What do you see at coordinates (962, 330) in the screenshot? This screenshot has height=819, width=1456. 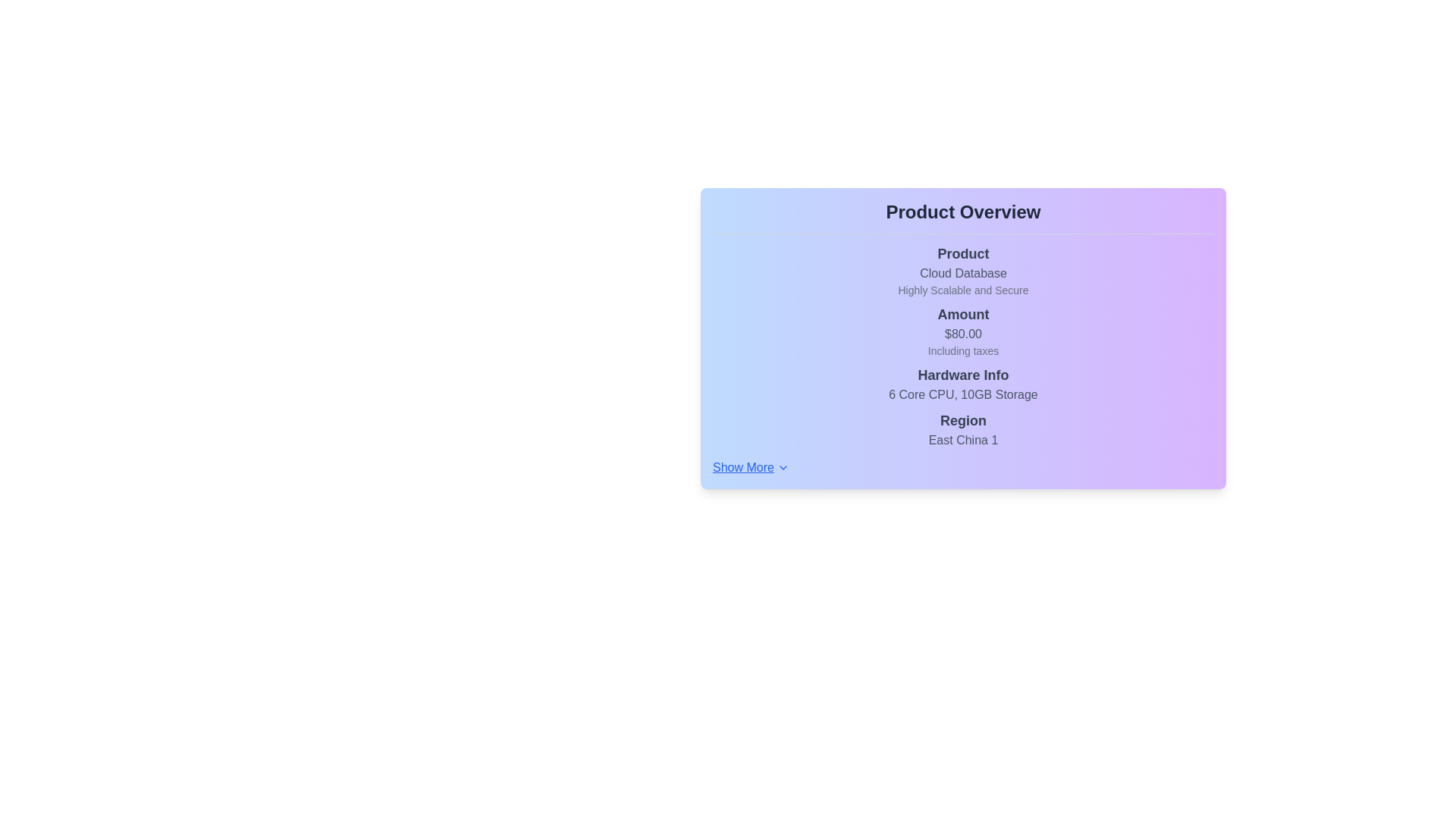 I see `the informational text block displaying the product price, which is located in the third section of the 'Product Overview' card, between the 'Product' and 'Hardware Info' sections` at bounding box center [962, 330].